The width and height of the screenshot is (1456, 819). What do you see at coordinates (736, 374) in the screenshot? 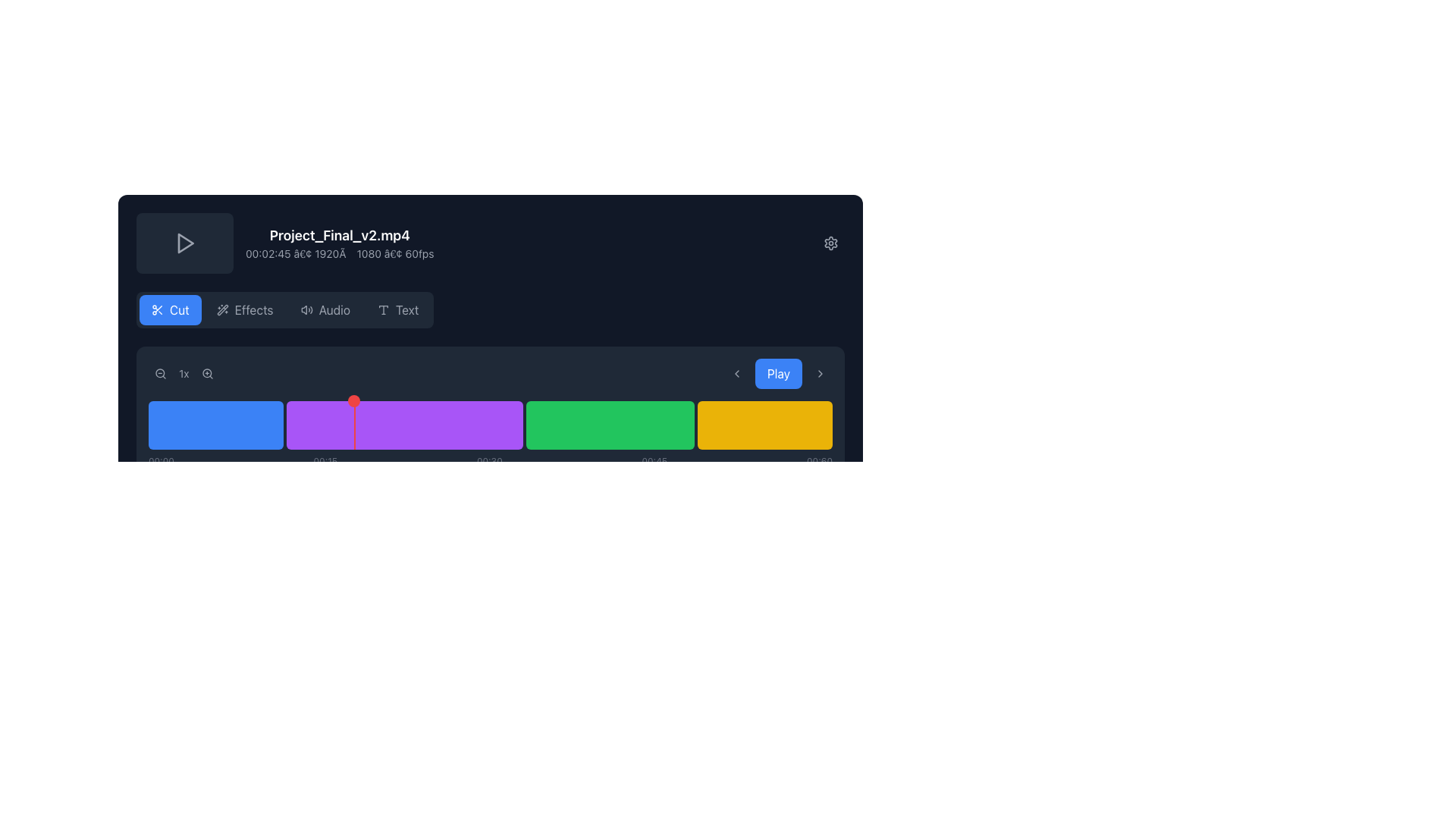
I see `the left-pointing chevron button located to the left of the 'Play' button` at bounding box center [736, 374].